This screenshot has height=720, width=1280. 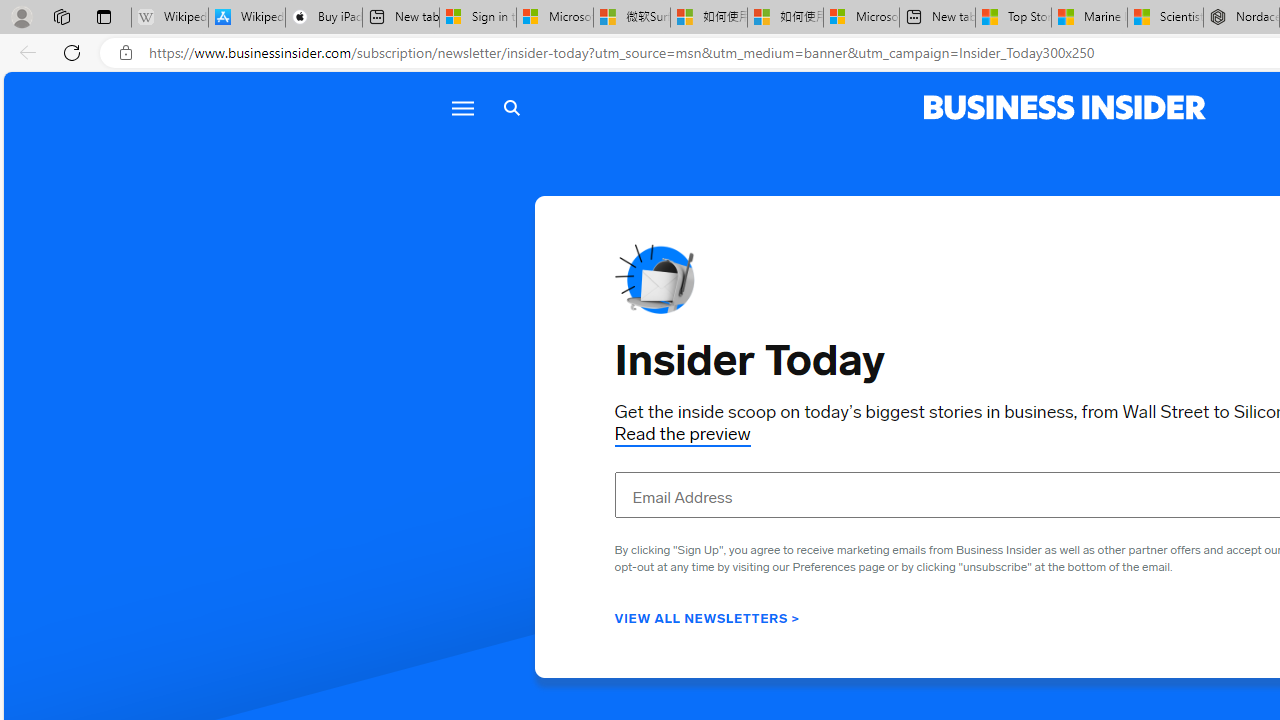 What do you see at coordinates (461, 108) in the screenshot?
I see `'Menu icon'` at bounding box center [461, 108].